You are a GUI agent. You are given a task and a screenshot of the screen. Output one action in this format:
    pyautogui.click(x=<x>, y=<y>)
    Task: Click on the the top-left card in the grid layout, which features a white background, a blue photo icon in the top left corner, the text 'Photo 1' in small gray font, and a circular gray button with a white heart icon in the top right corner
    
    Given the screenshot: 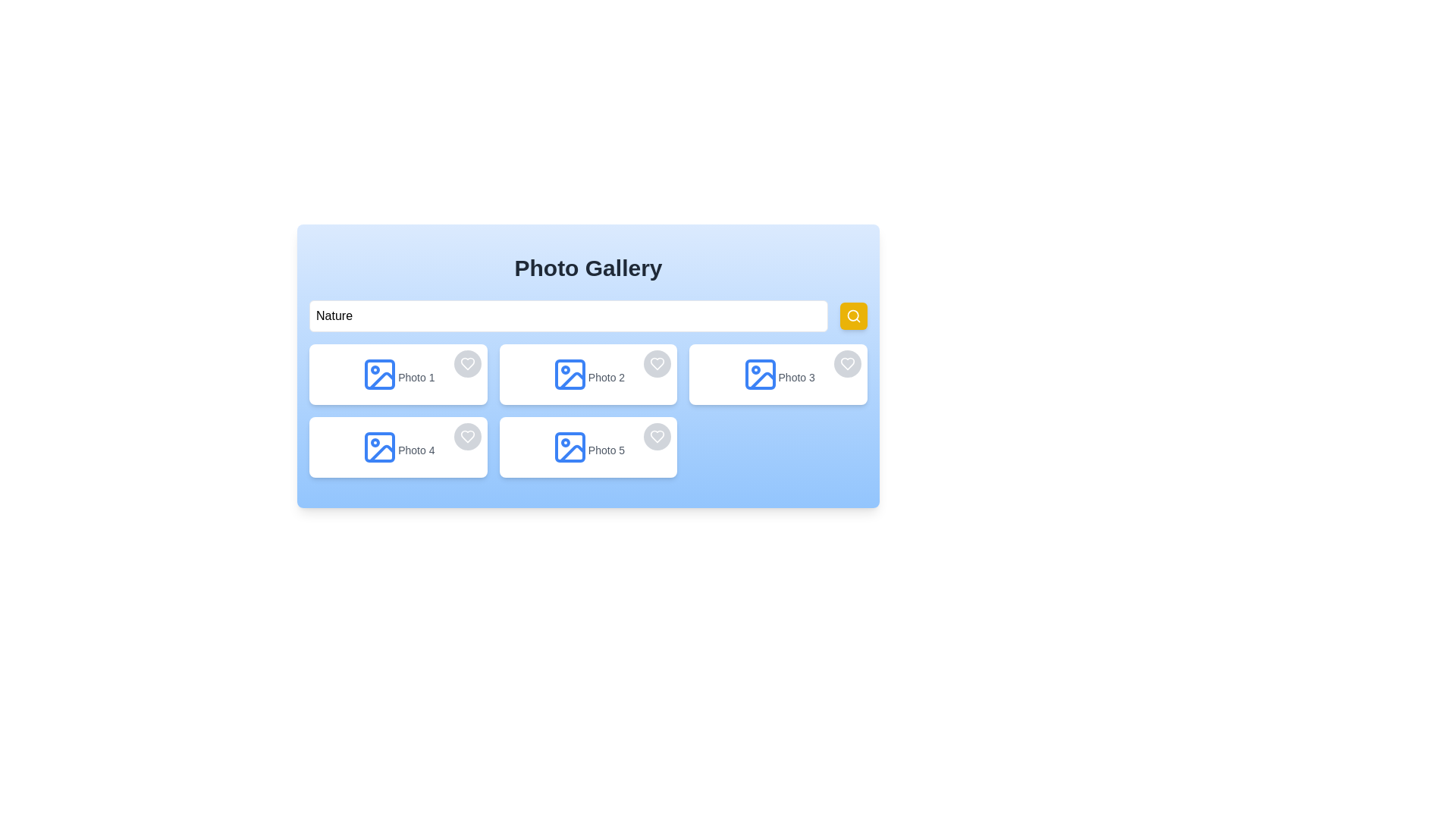 What is the action you would take?
    pyautogui.click(x=398, y=374)
    